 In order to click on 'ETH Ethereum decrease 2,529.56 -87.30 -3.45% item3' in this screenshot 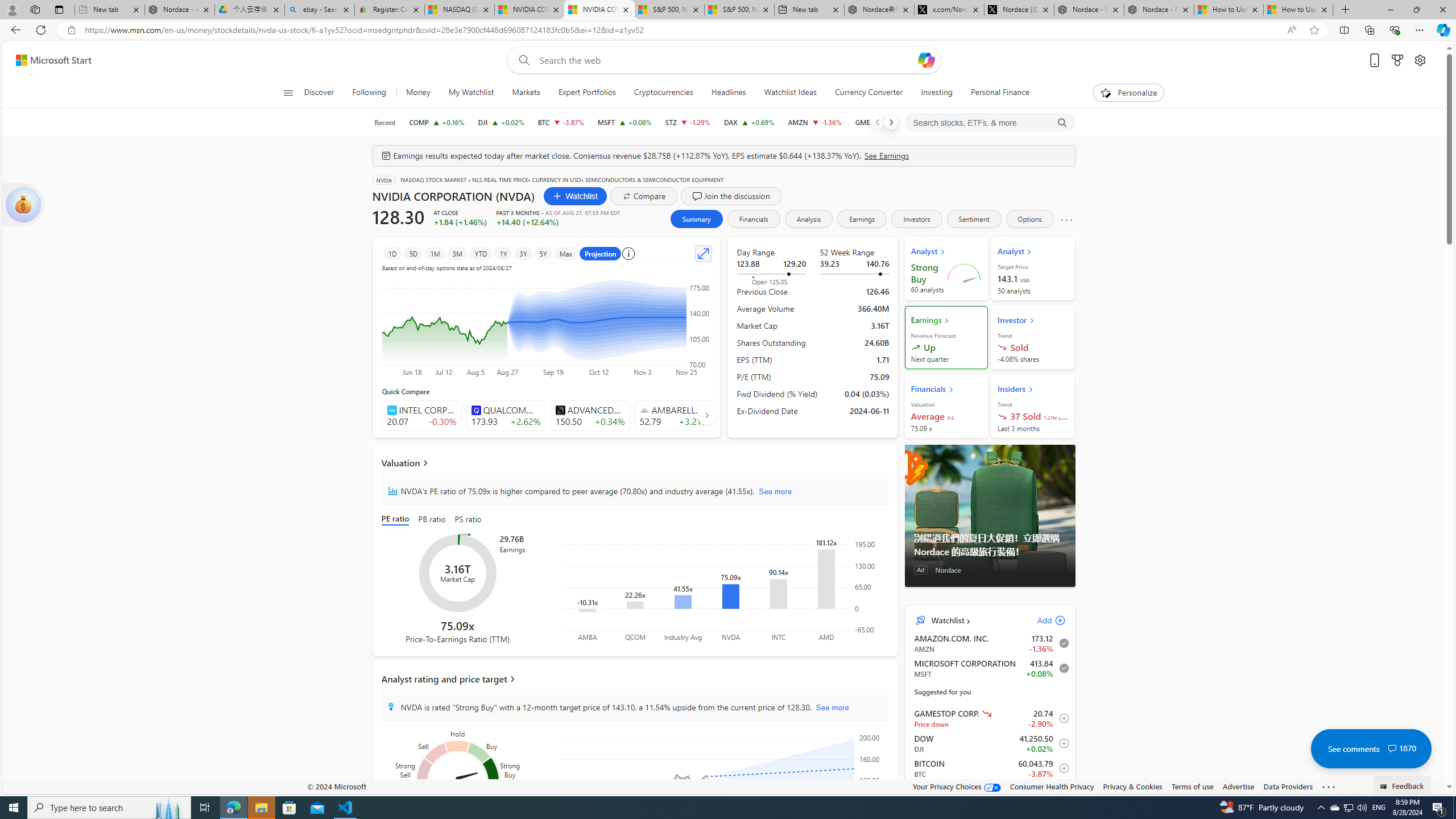, I will do `click(990, 793)`.